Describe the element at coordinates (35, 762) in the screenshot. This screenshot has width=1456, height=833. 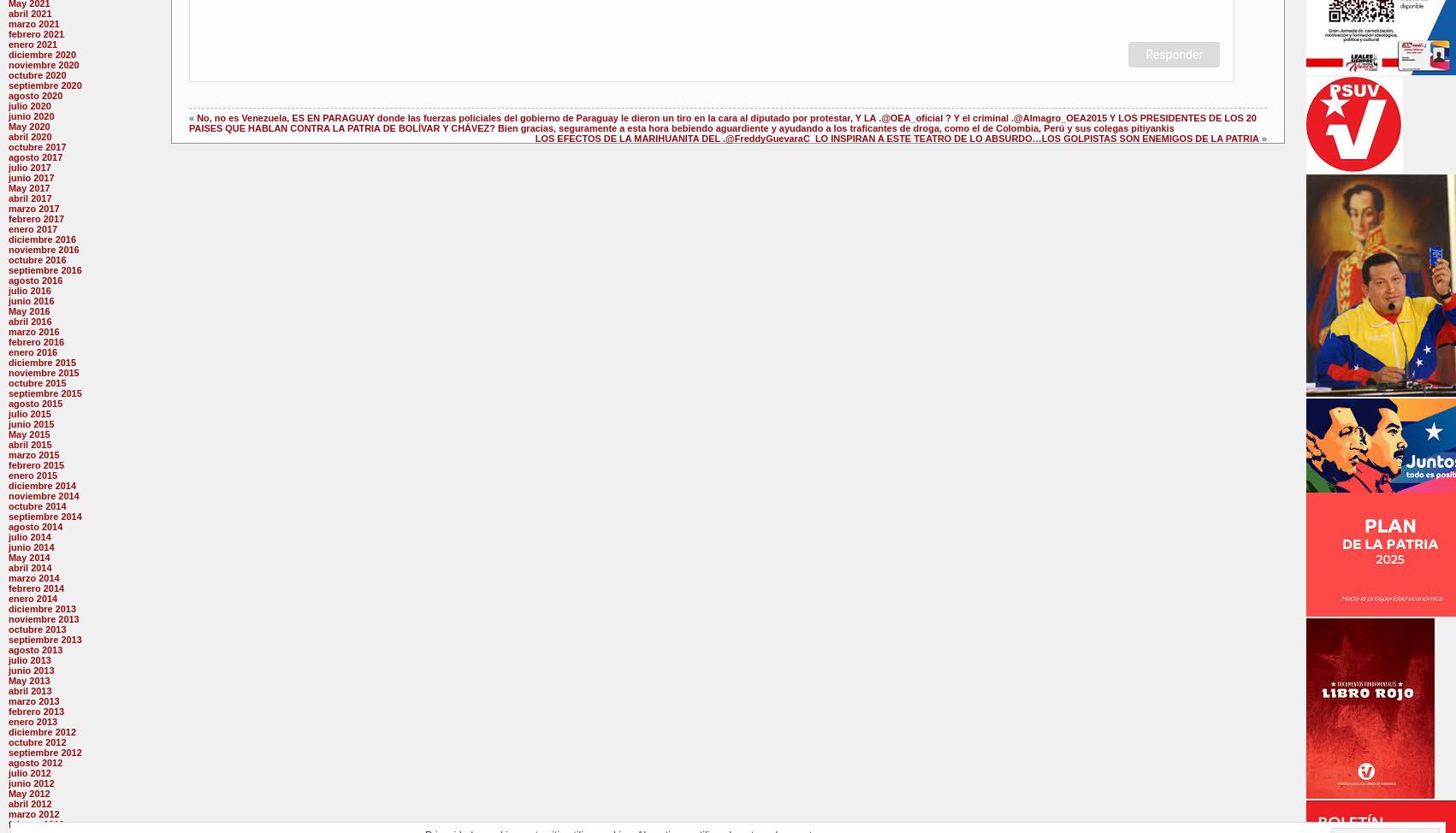
I see `'agosto 2012'` at that location.